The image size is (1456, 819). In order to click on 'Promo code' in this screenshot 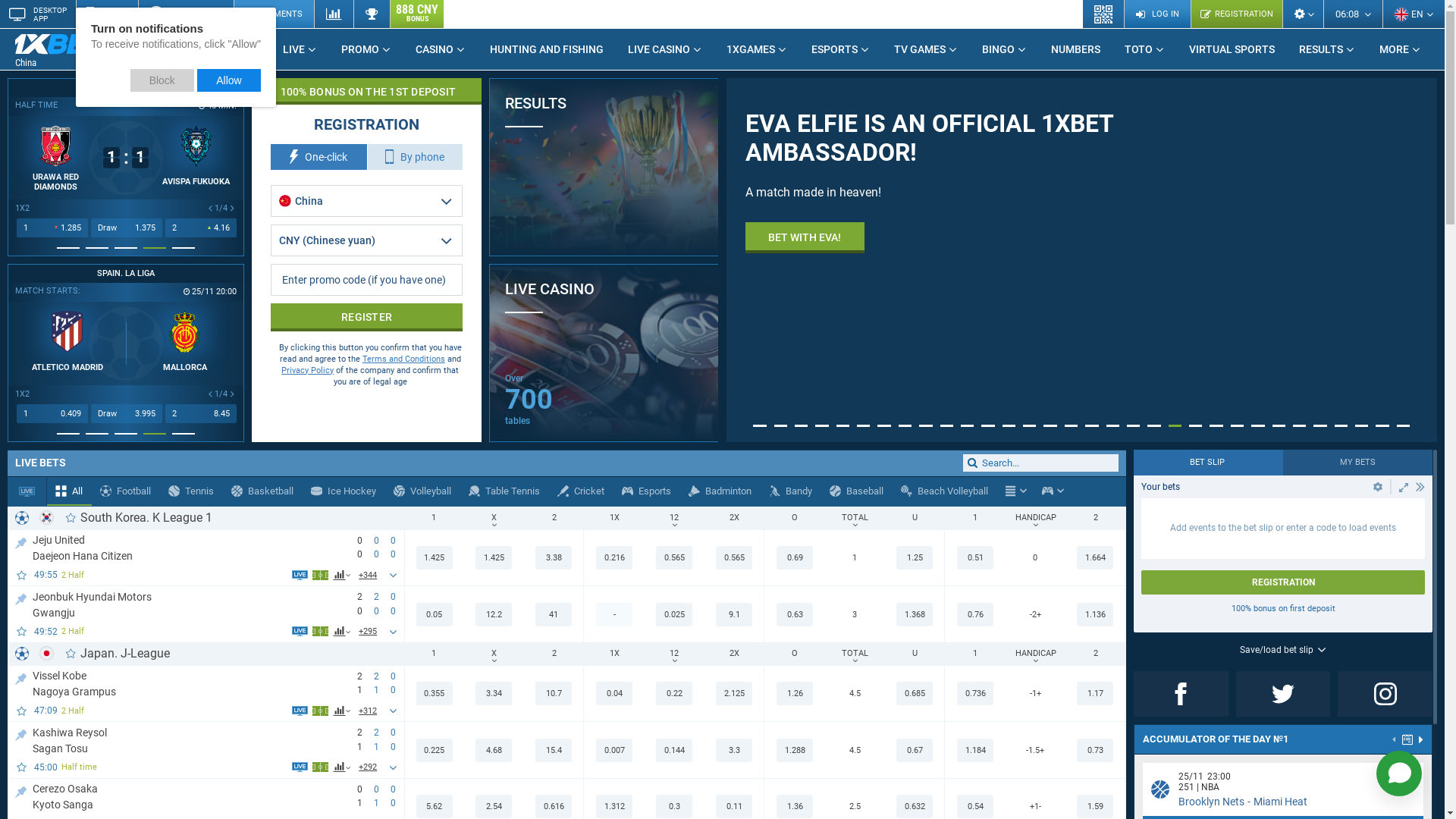, I will do `click(366, 280)`.